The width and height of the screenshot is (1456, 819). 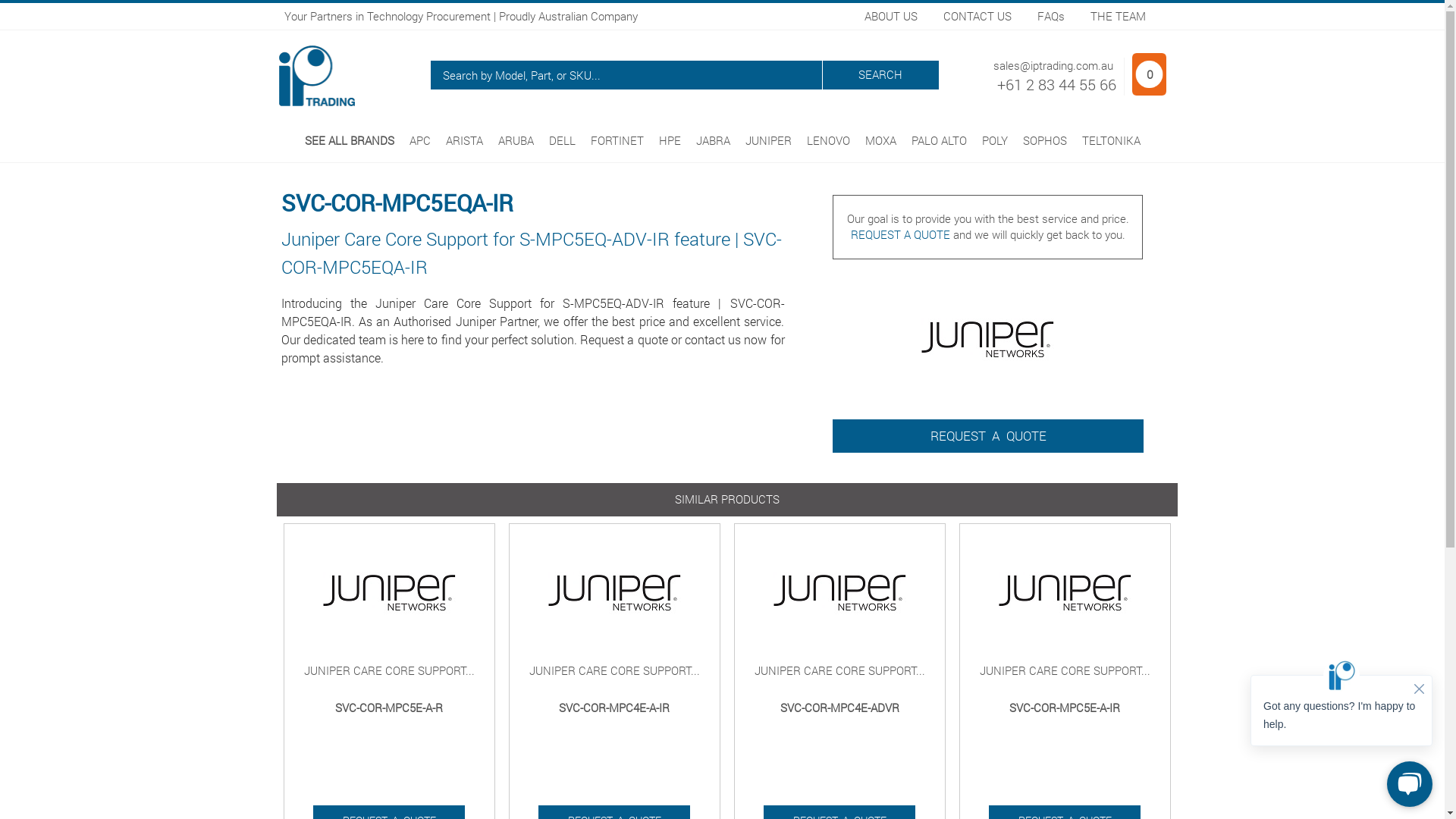 What do you see at coordinates (891, 15) in the screenshot?
I see `'ABOUT US'` at bounding box center [891, 15].